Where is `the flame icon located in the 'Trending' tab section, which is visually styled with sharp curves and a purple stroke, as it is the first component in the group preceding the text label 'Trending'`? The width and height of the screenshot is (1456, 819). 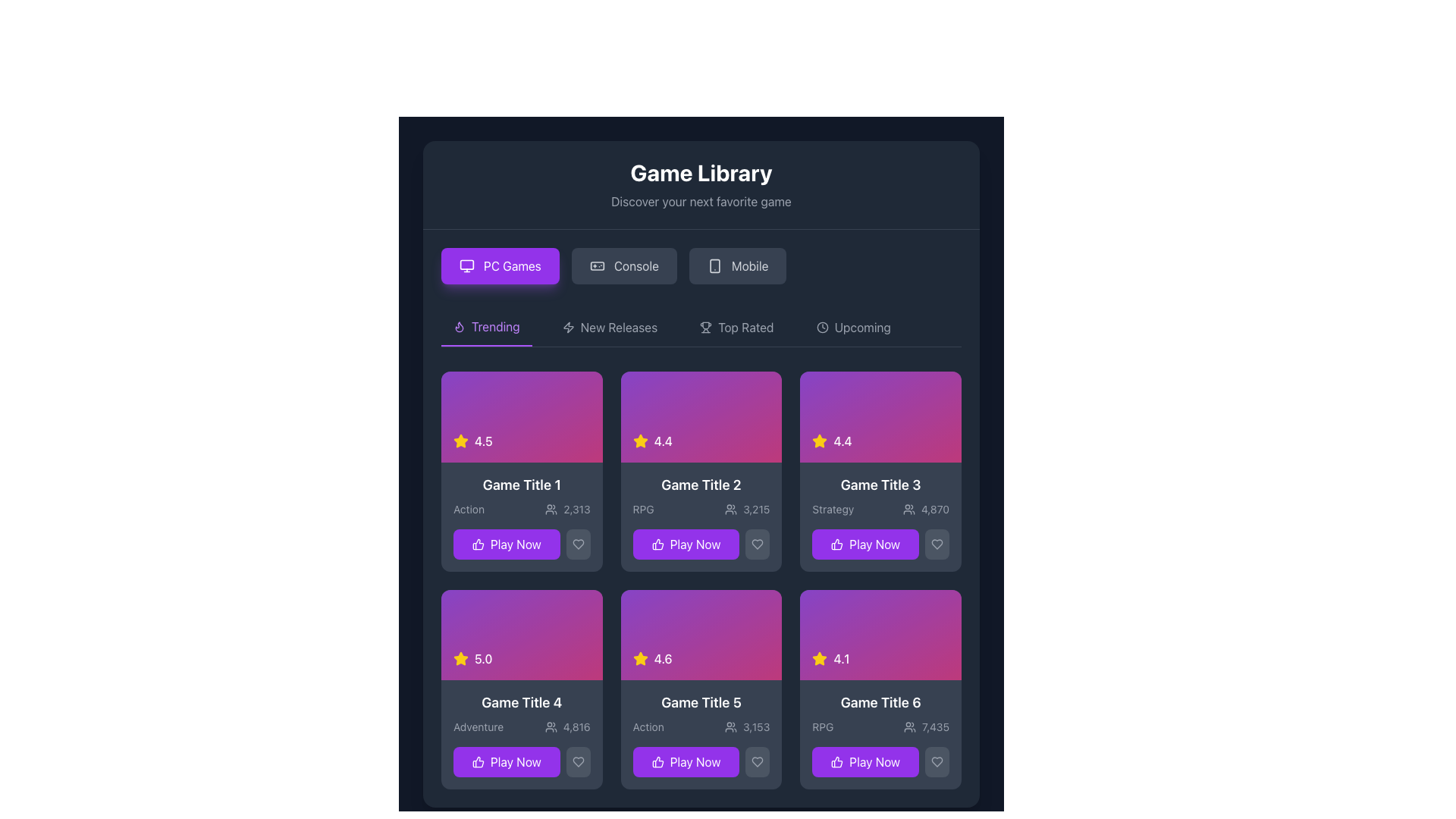
the flame icon located in the 'Trending' tab section, which is visually styled with sharp curves and a purple stroke, as it is the first component in the group preceding the text label 'Trending' is located at coordinates (458, 326).